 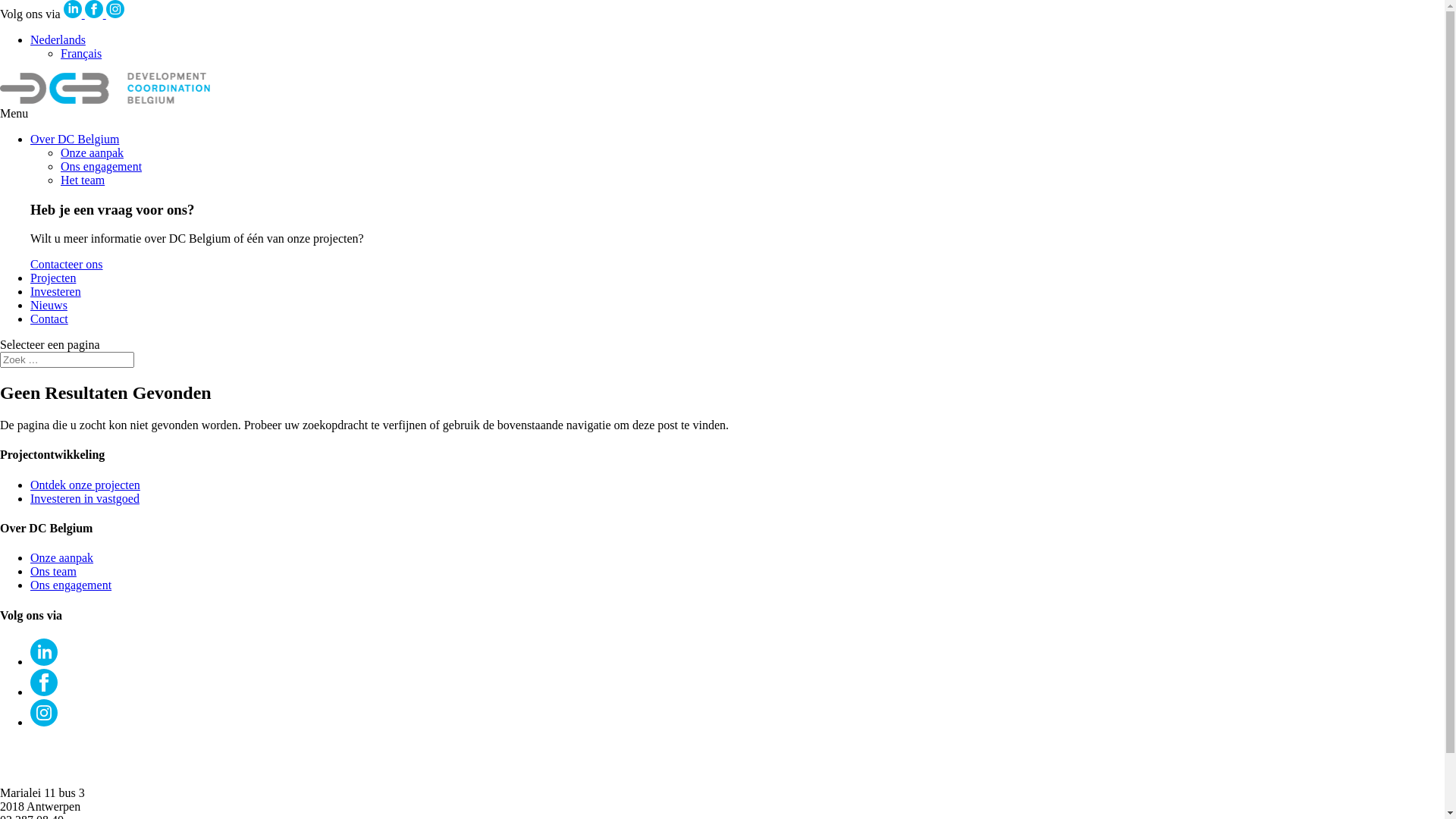 I want to click on 'Investeren in vastgoed', so click(x=83, y=498).